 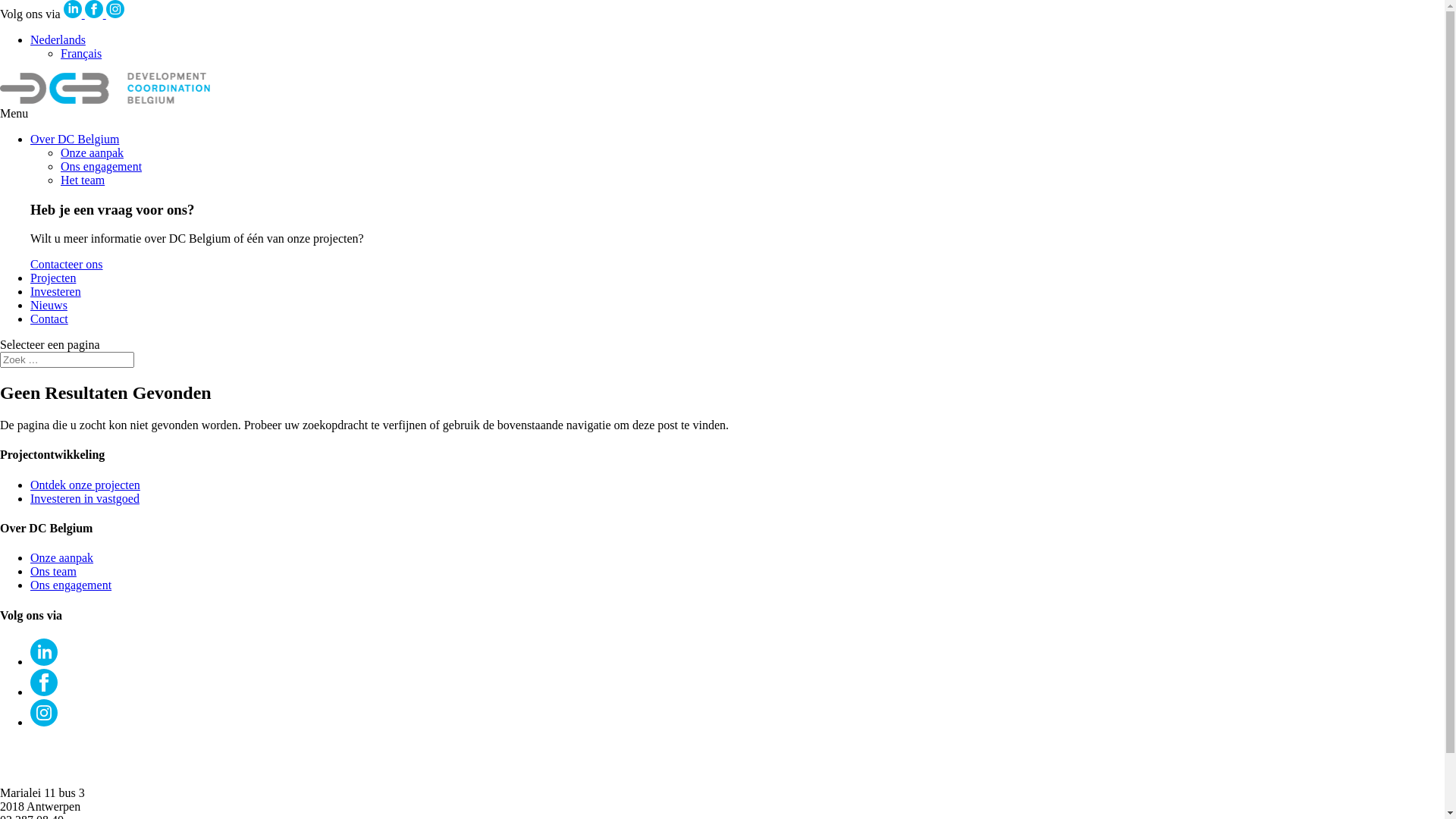 I want to click on 'Investeren in vastgoed', so click(x=83, y=498).